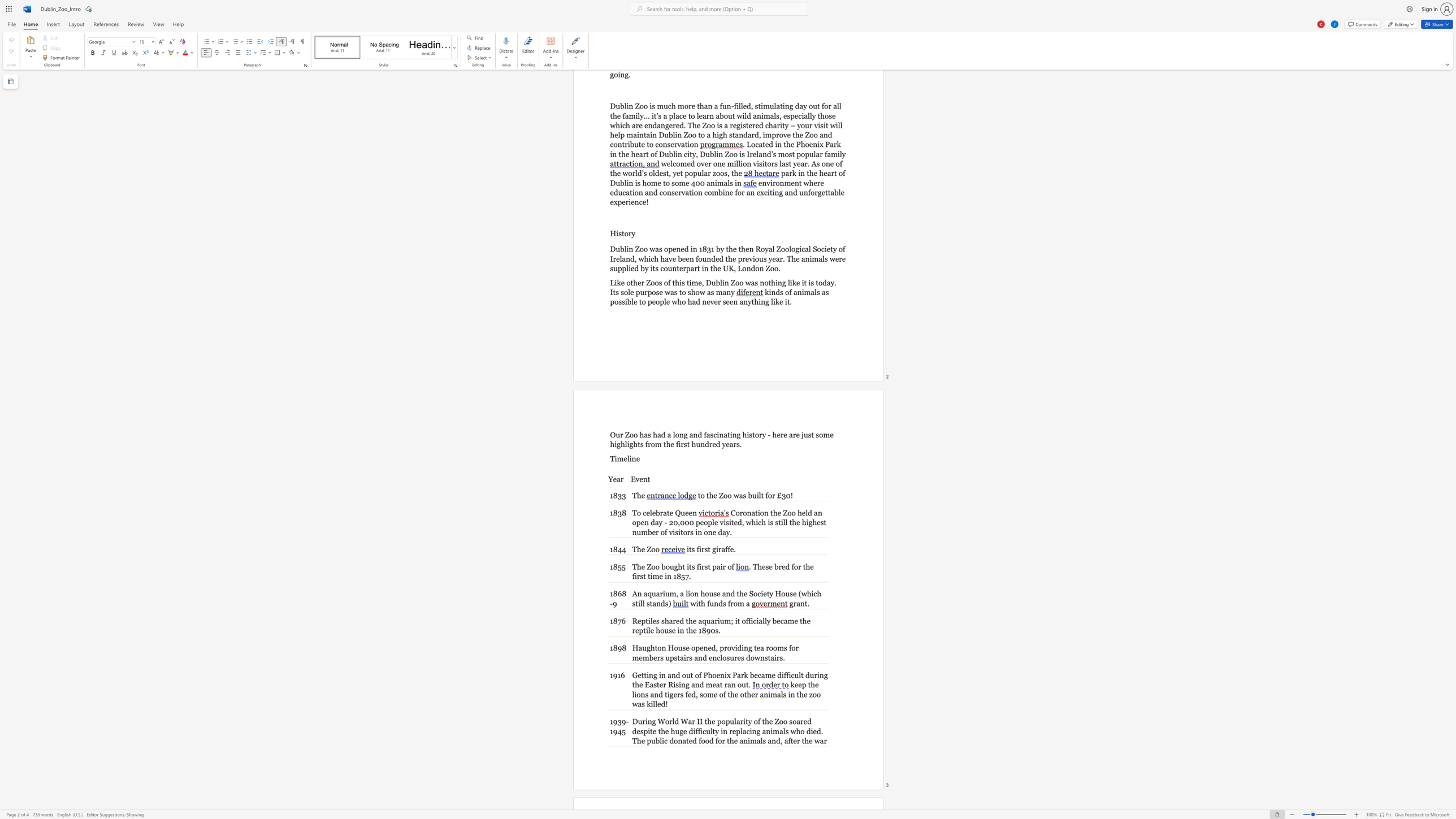 The image size is (1456, 819). What do you see at coordinates (805, 513) in the screenshot?
I see `the subset text "ld an open day - 20,000 people visited, which is still the highest number o" within the text "Coronation the Zoo held an open day - 20,000 people visited, which is still the highest number of visitors in one day."` at bounding box center [805, 513].